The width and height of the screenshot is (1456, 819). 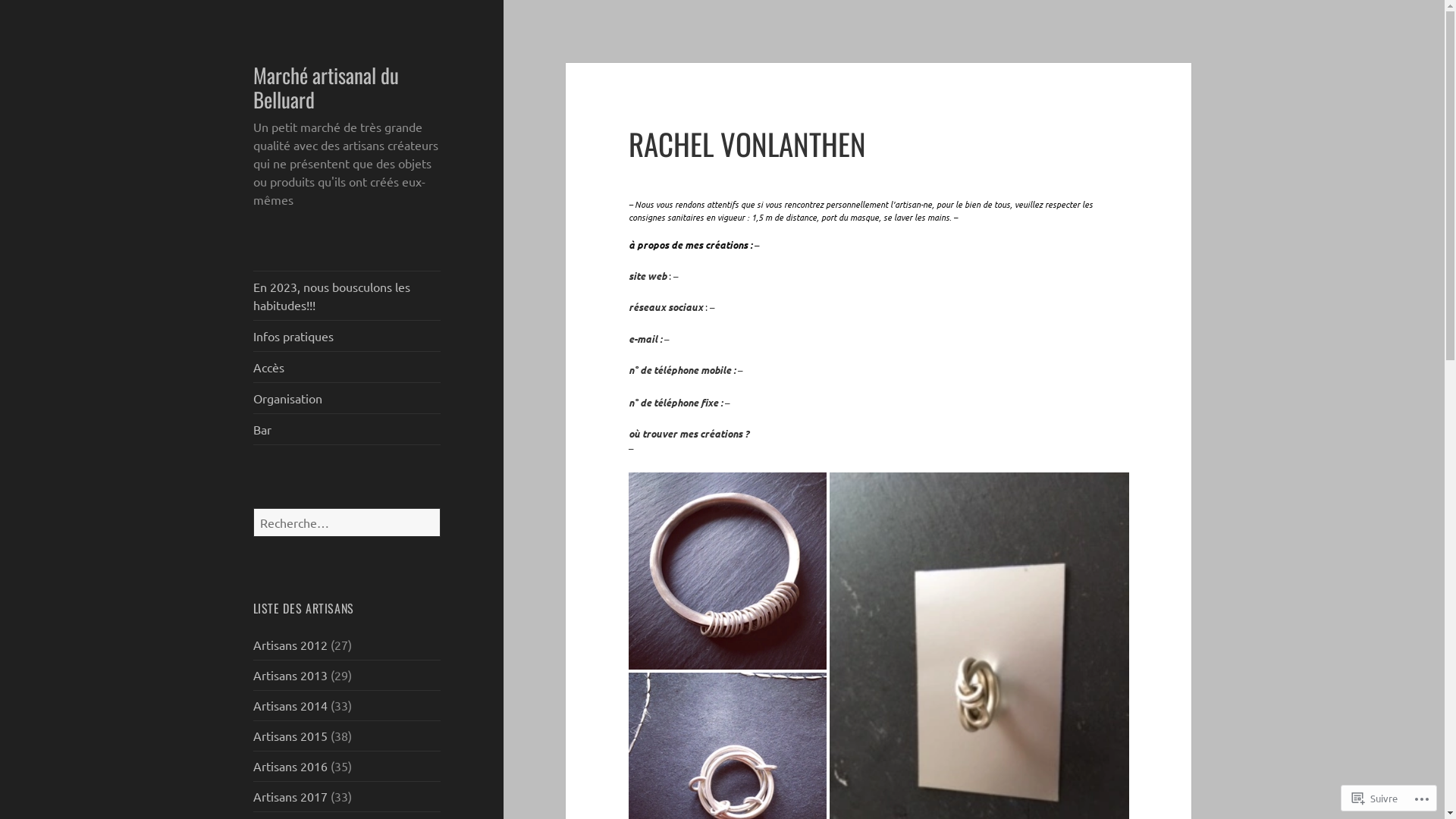 What do you see at coordinates (346, 397) in the screenshot?
I see `'Organisation'` at bounding box center [346, 397].